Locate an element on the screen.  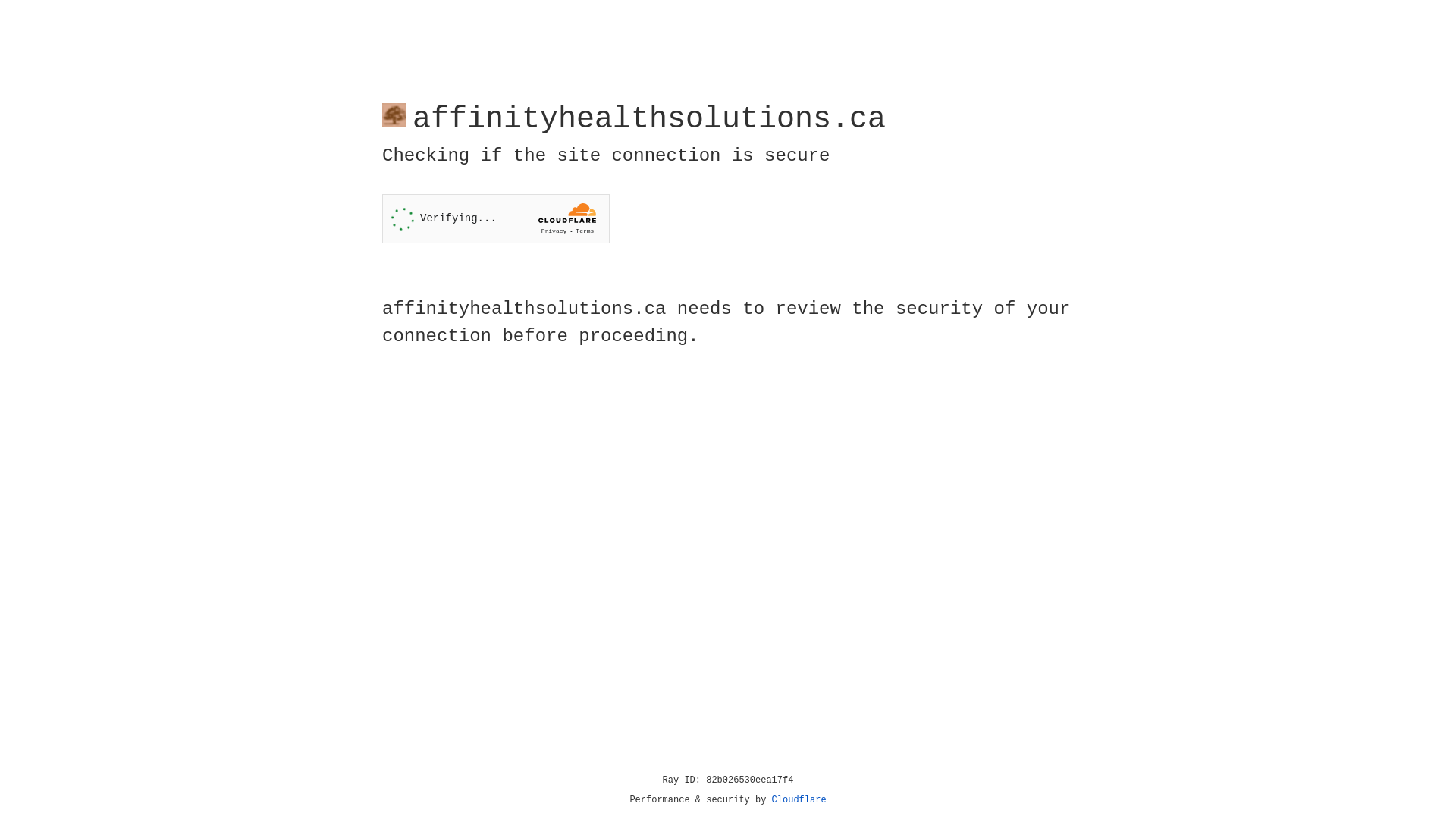
'Cloudflare' is located at coordinates (799, 799).